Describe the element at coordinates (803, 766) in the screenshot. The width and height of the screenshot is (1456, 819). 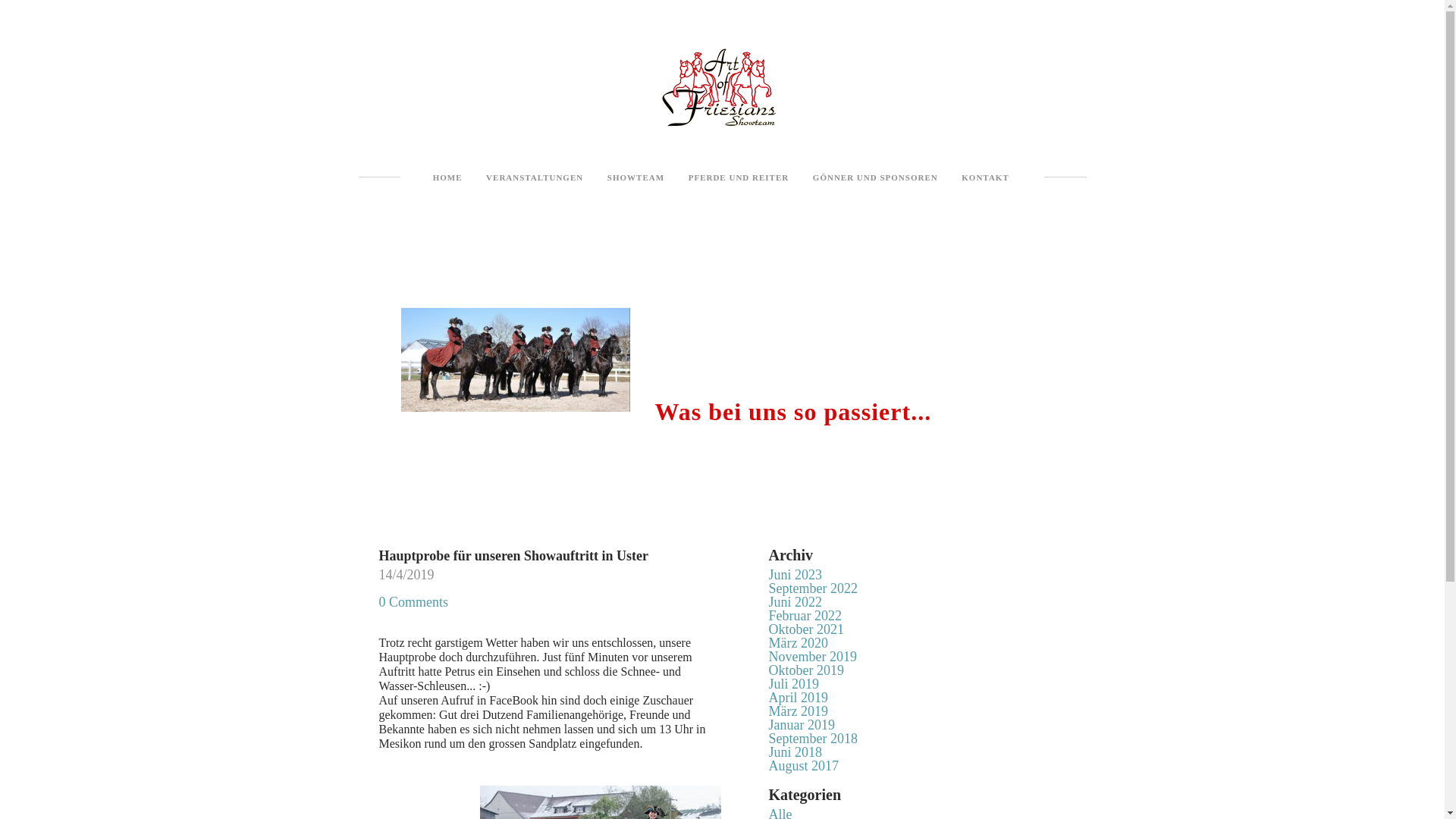
I see `'August 2017'` at that location.